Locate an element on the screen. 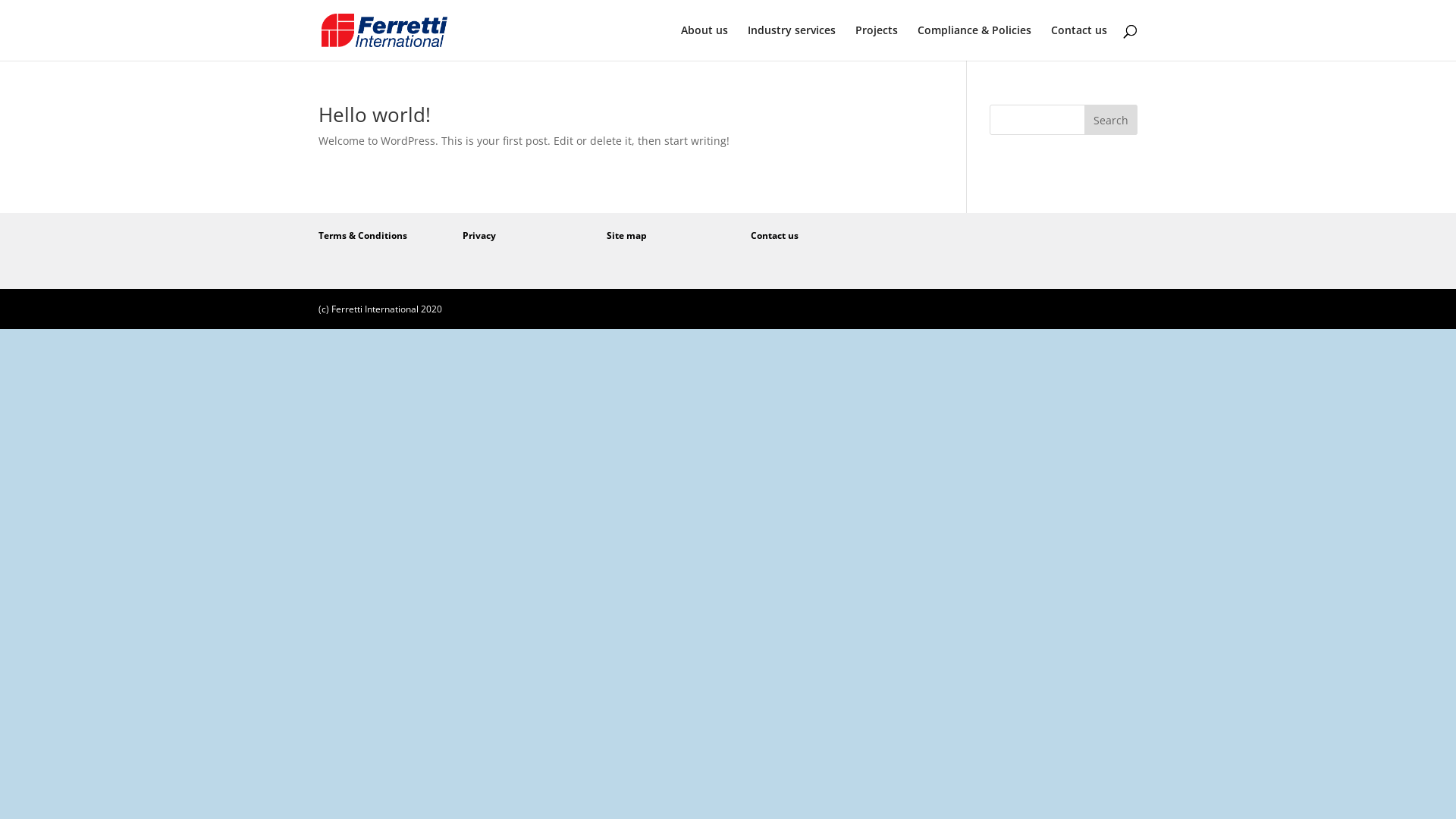 This screenshot has height=819, width=1456. 'Site map' is located at coordinates (626, 235).